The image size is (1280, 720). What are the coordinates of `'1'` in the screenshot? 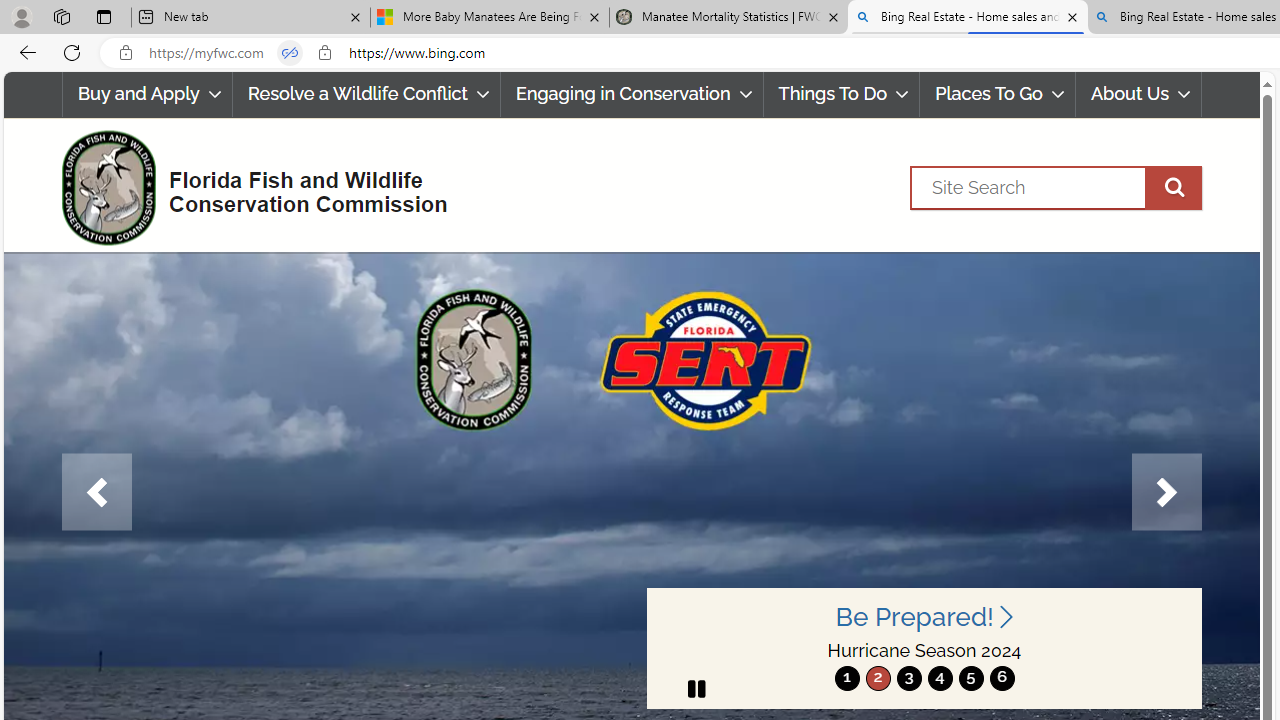 It's located at (847, 677).